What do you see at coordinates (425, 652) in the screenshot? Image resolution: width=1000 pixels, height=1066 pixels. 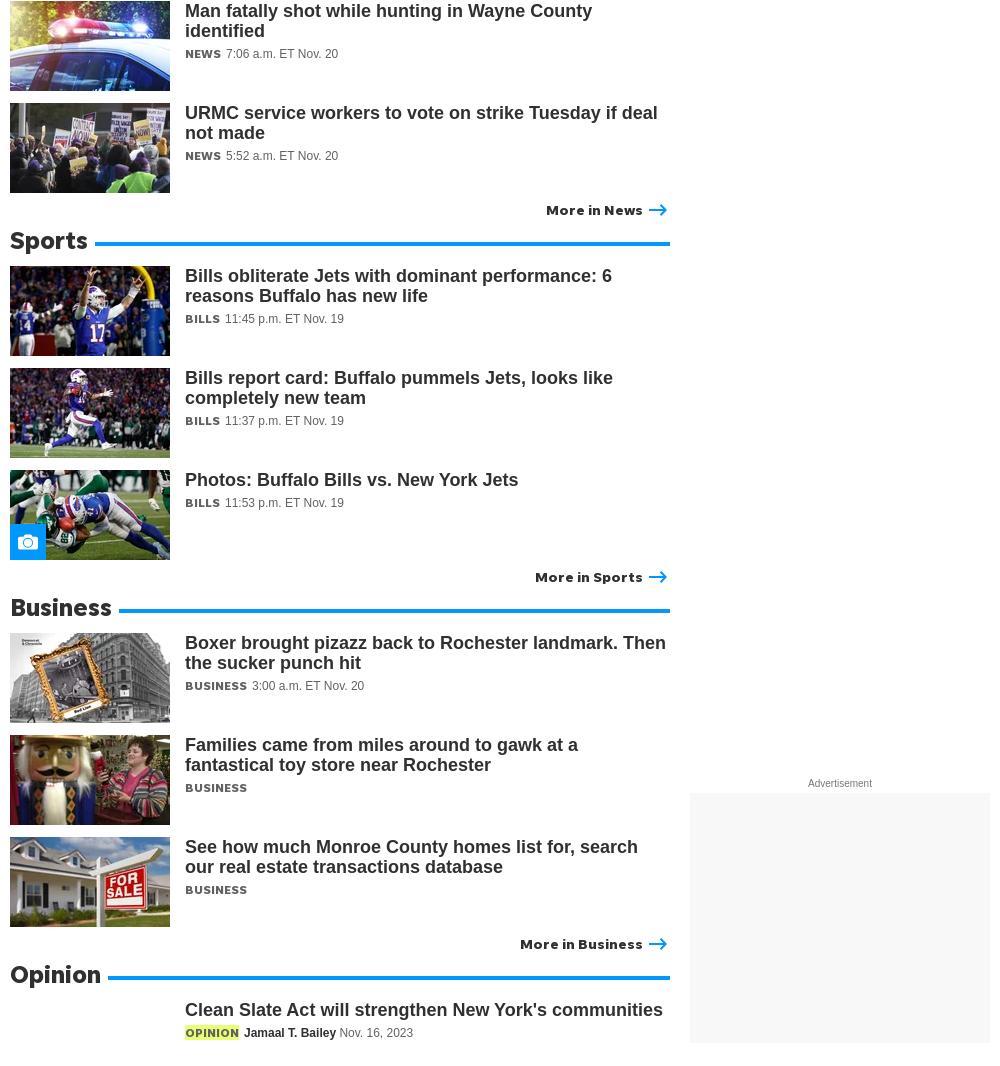 I see `'Boxer brought pizazz back to Rochester landmark. Then the sucker punch hit'` at bounding box center [425, 652].